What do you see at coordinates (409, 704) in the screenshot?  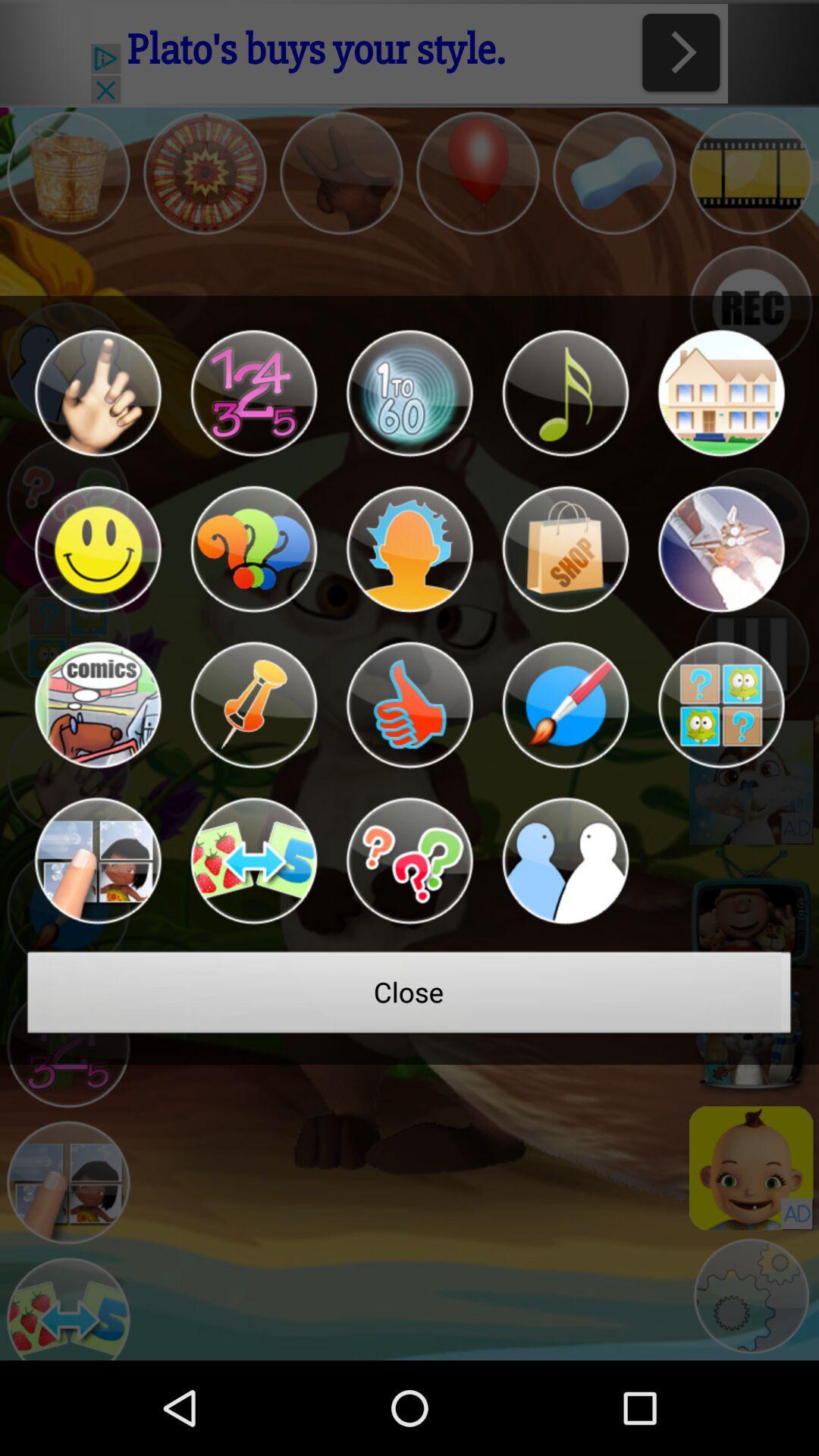 I see `praise` at bounding box center [409, 704].